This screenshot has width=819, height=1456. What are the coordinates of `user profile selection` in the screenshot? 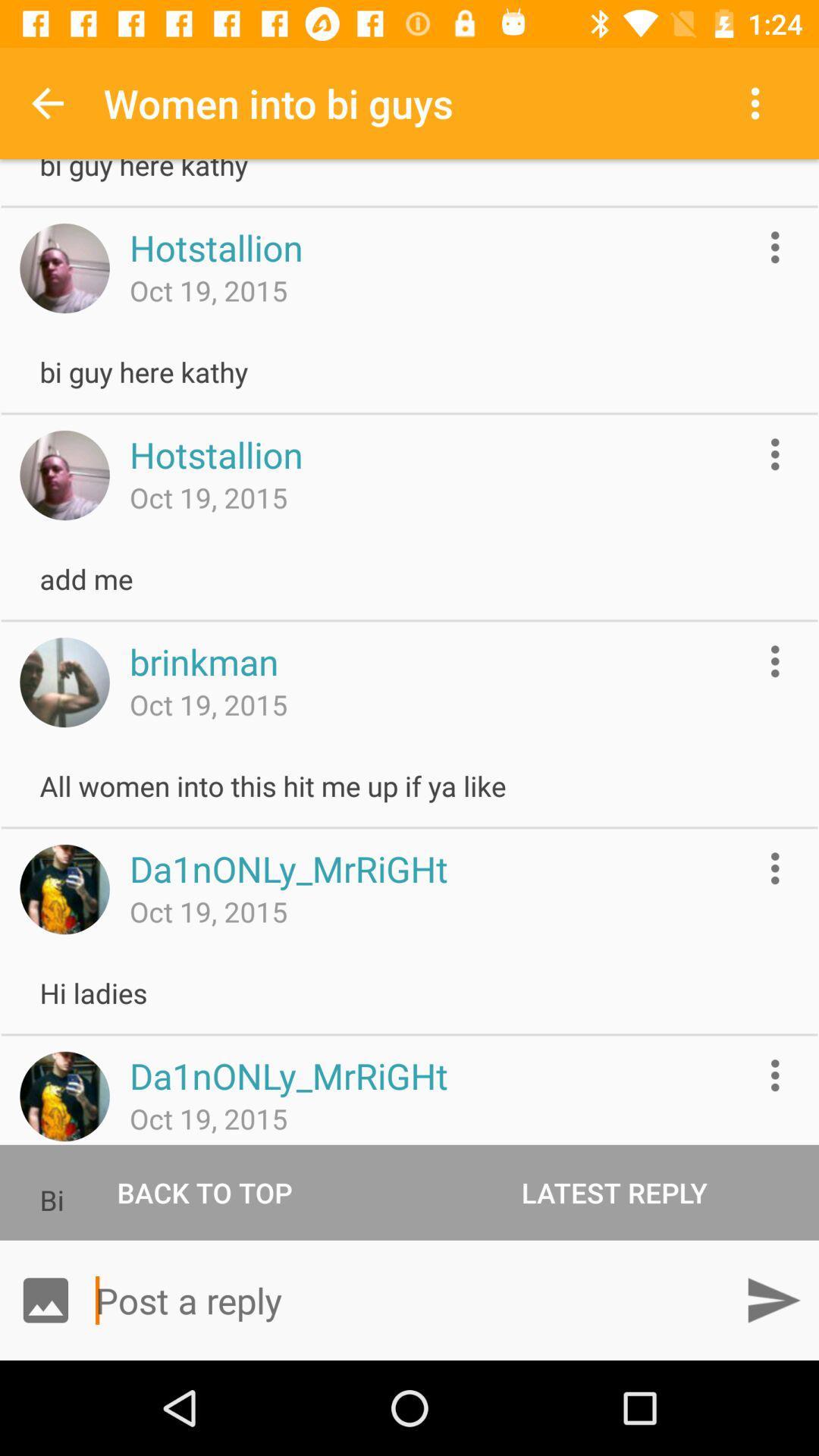 It's located at (64, 1096).